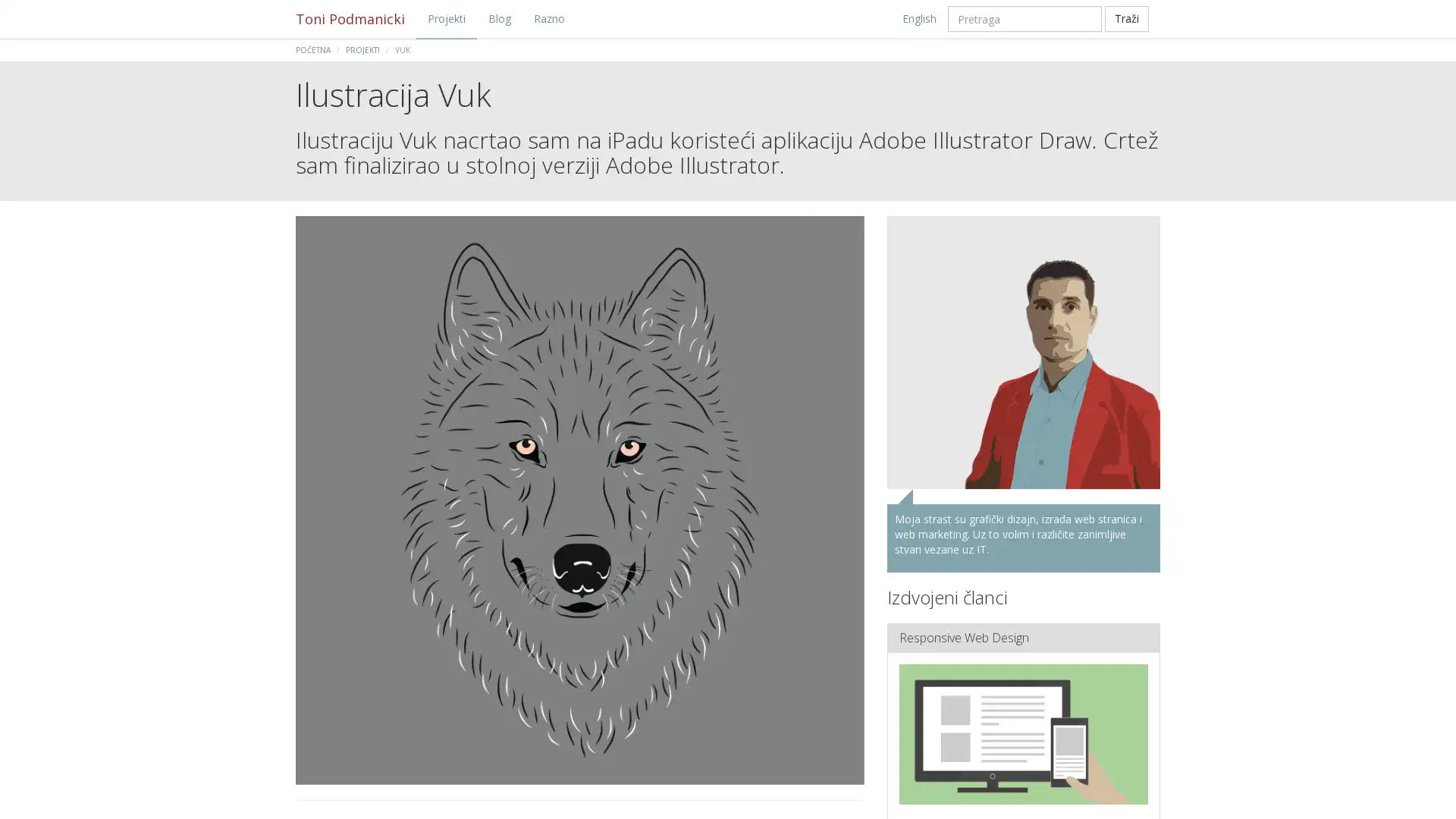 This screenshot has height=819, width=1456. Describe the element at coordinates (1127, 18) in the screenshot. I see `Trazi` at that location.